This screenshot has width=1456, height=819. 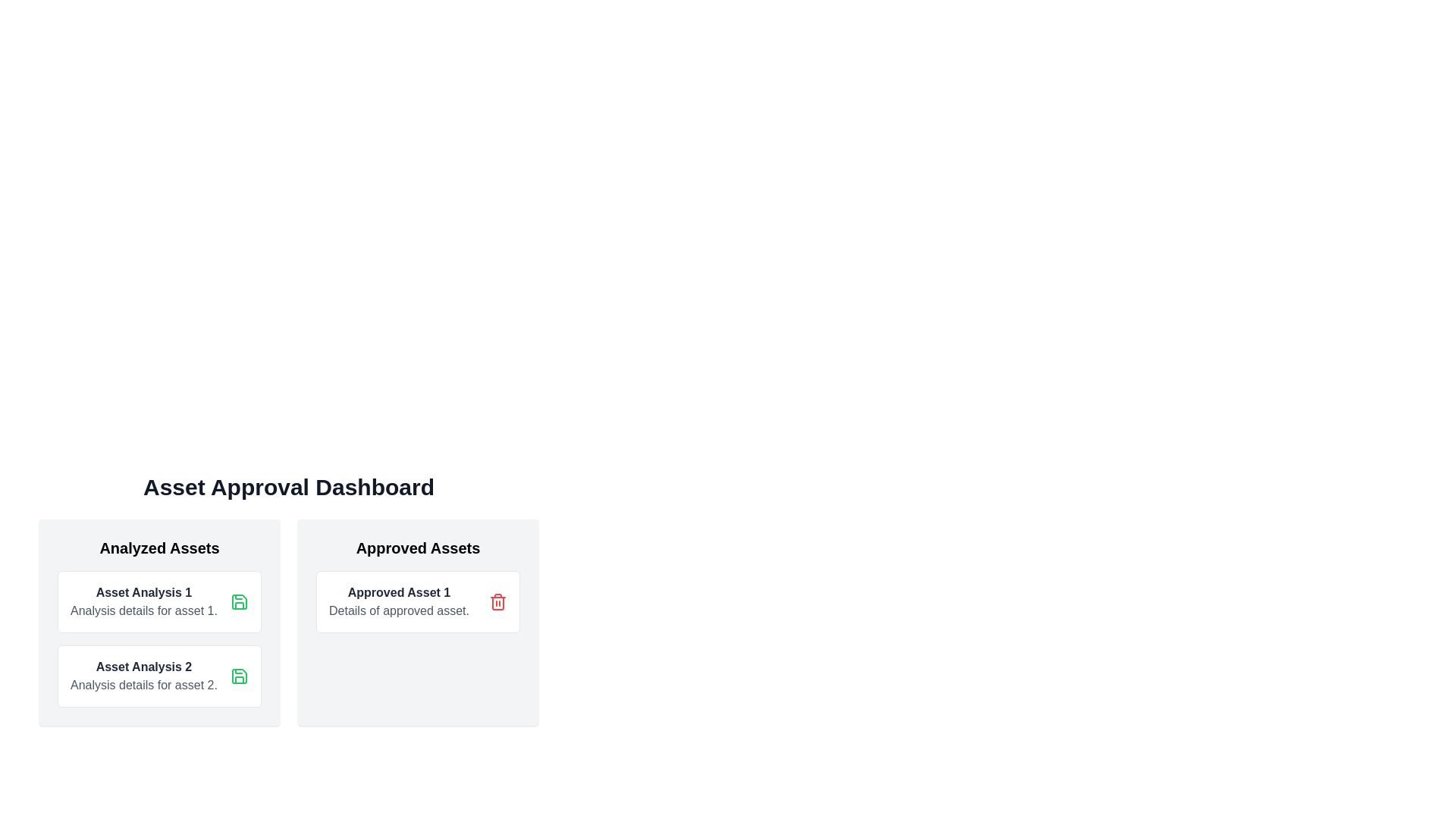 What do you see at coordinates (399, 601) in the screenshot?
I see `the interactive button associated with the 'Approved Asset 1' label` at bounding box center [399, 601].